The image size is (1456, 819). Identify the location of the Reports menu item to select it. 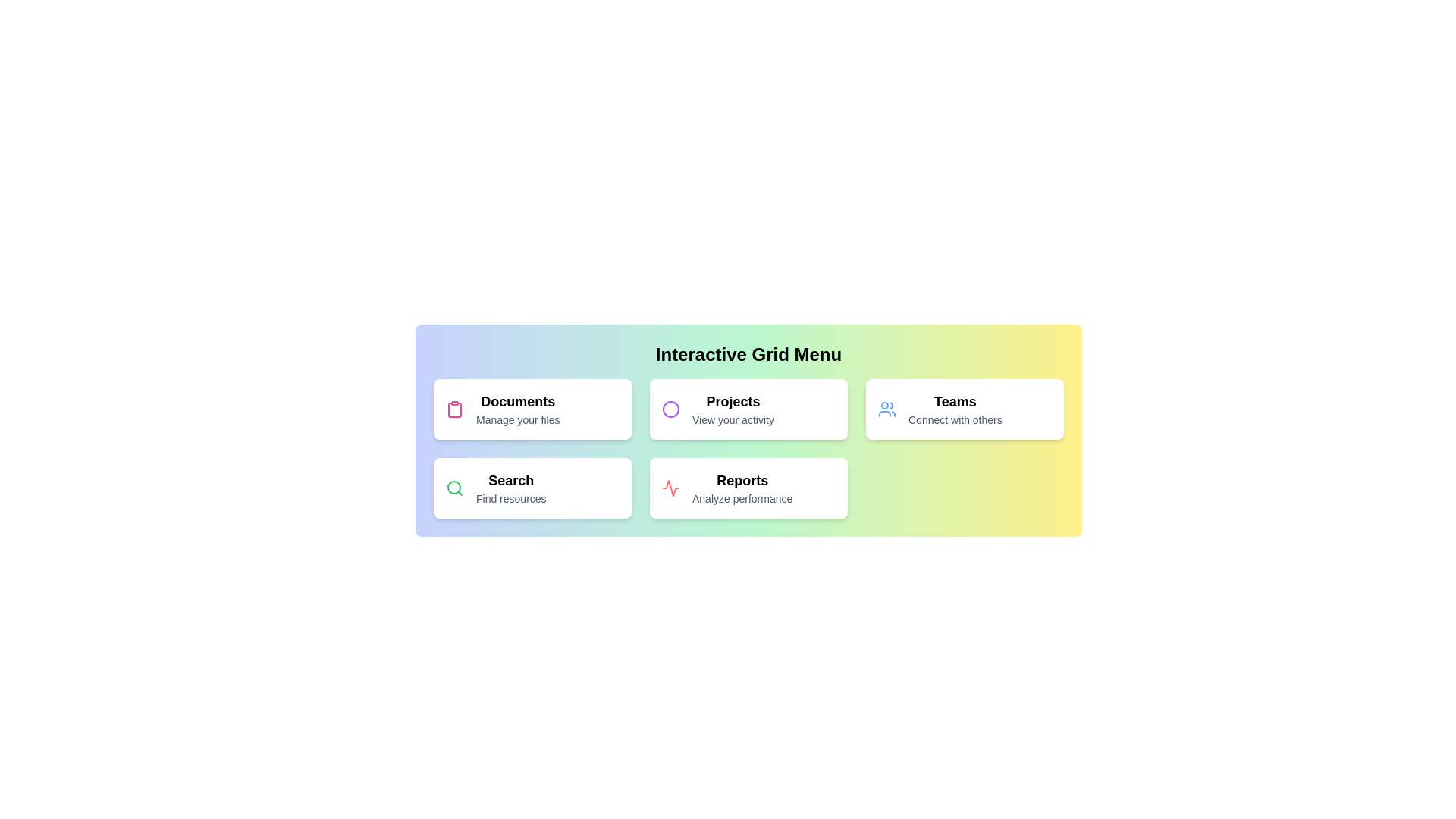
(748, 488).